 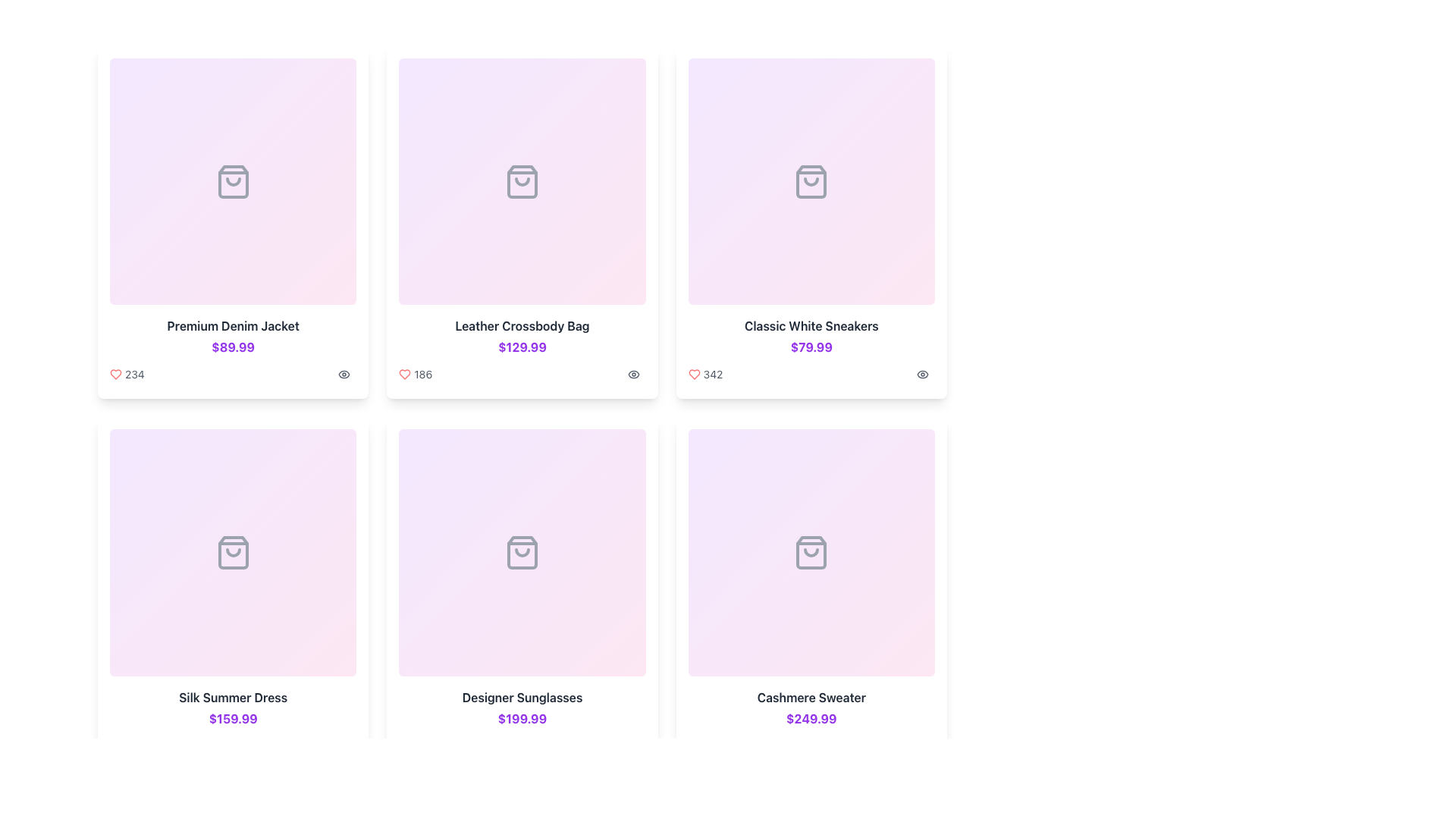 I want to click on the text label displaying '198', which is styled in a small gray font and located to the right of a red heart-shaped icon on the 'Designer Sunglasses' card, so click(x=423, y=745).